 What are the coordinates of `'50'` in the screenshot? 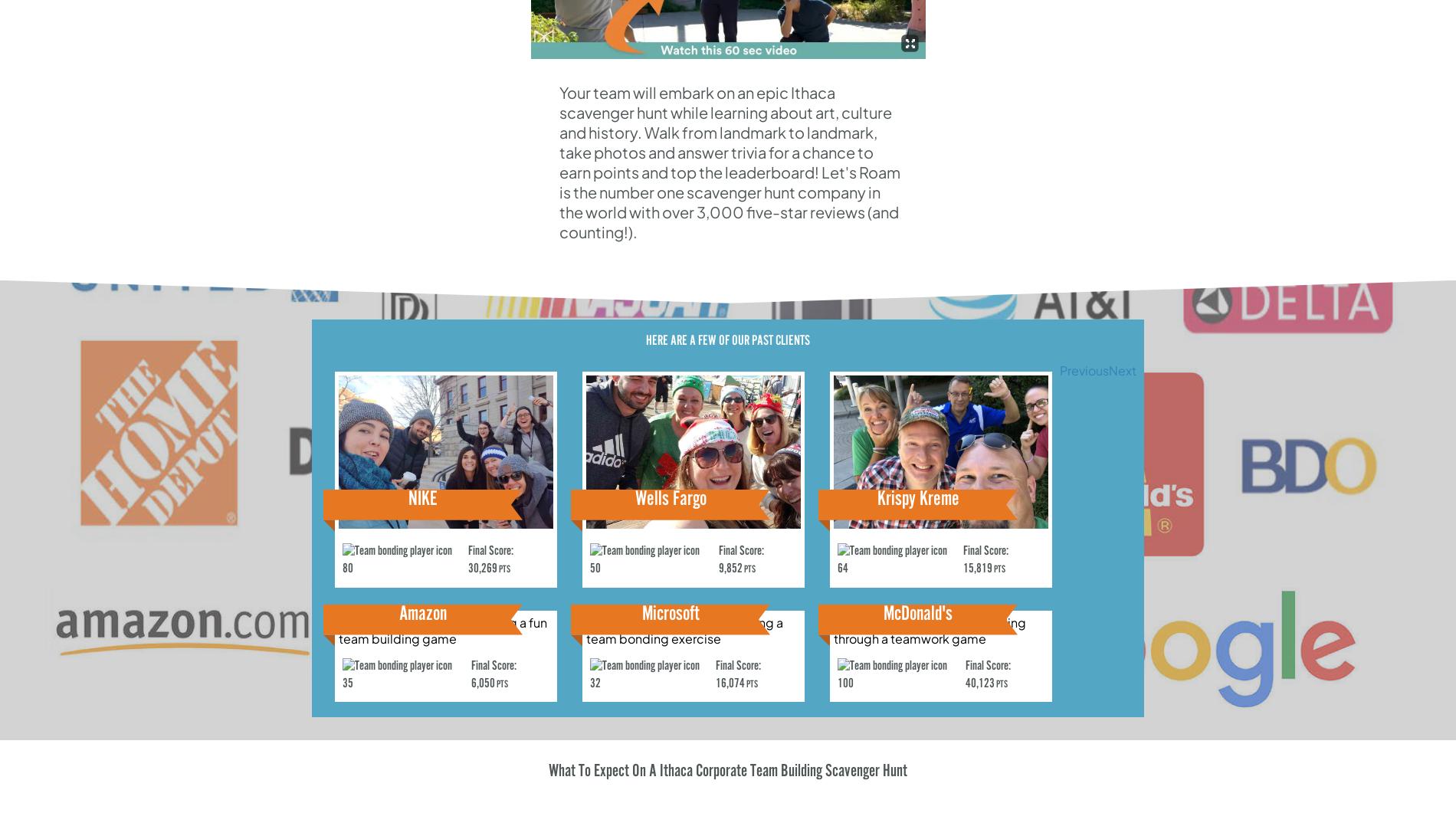 It's located at (594, 569).